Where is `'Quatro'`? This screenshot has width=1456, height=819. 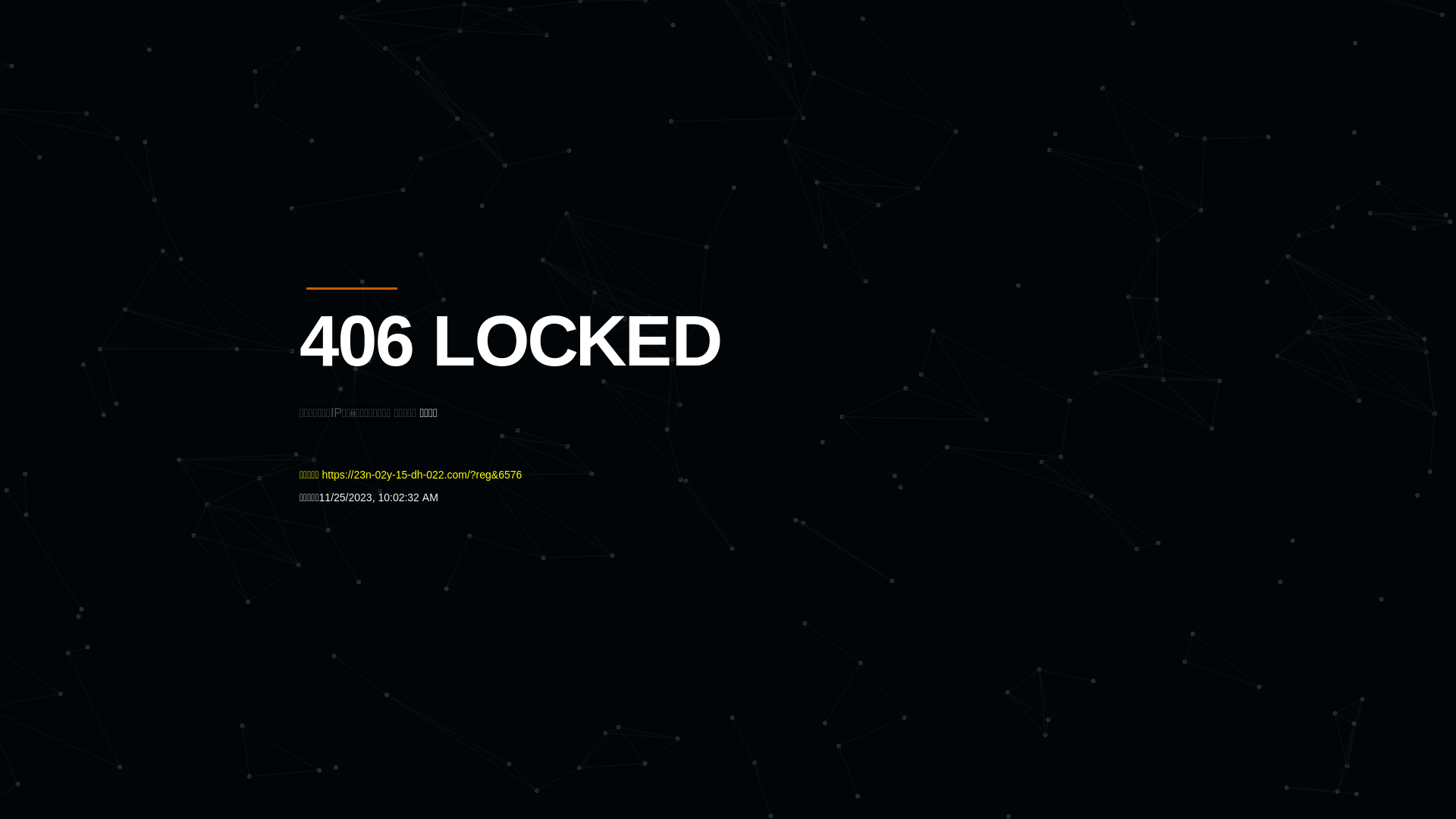
'Quatro' is located at coordinates (411, 86).